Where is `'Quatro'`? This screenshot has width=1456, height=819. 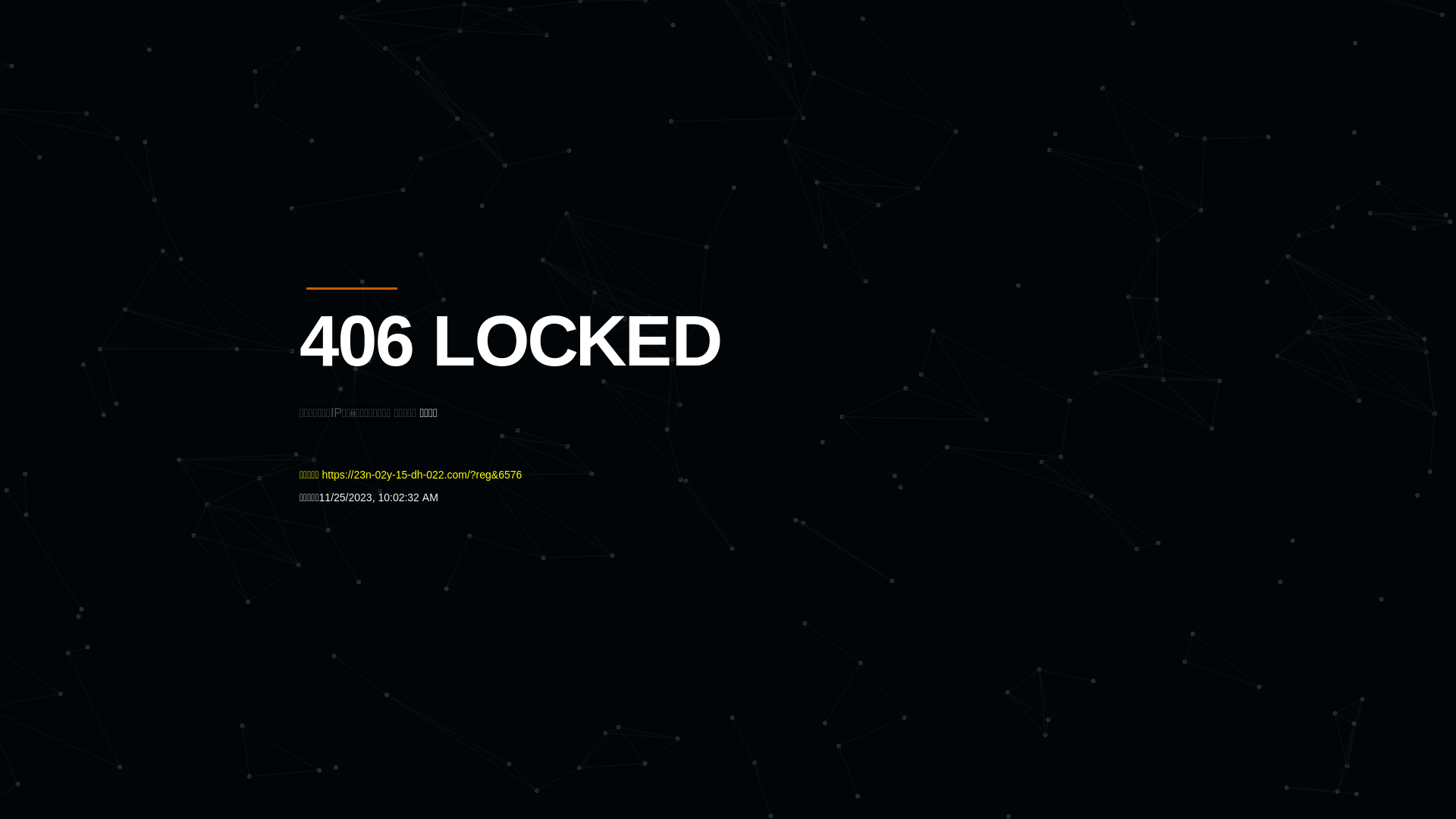
'Quatro' is located at coordinates (411, 86).